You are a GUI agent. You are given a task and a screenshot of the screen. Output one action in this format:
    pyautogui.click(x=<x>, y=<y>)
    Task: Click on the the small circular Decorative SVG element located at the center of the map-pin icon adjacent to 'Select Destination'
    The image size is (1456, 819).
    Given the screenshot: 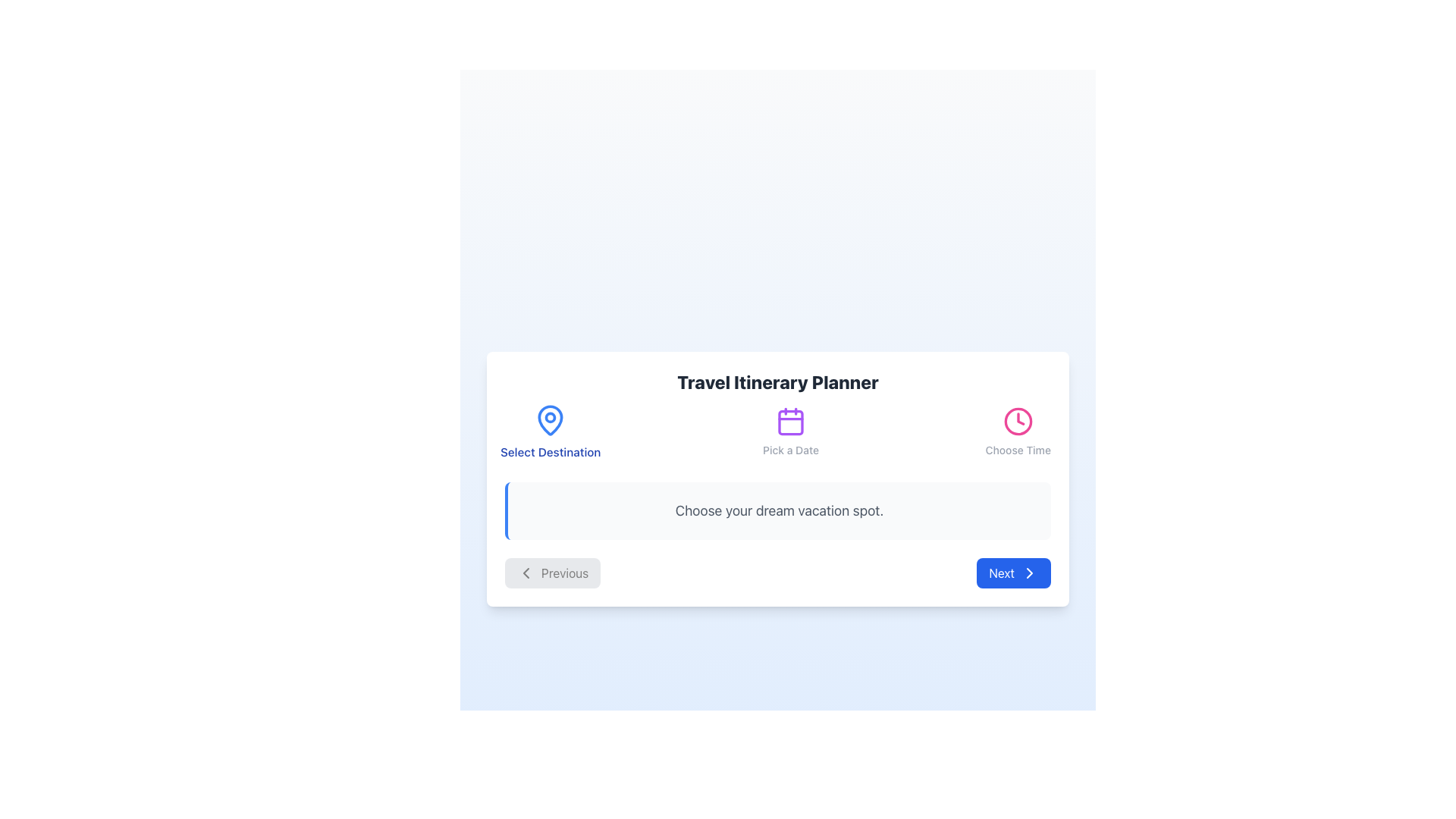 What is the action you would take?
    pyautogui.click(x=550, y=417)
    